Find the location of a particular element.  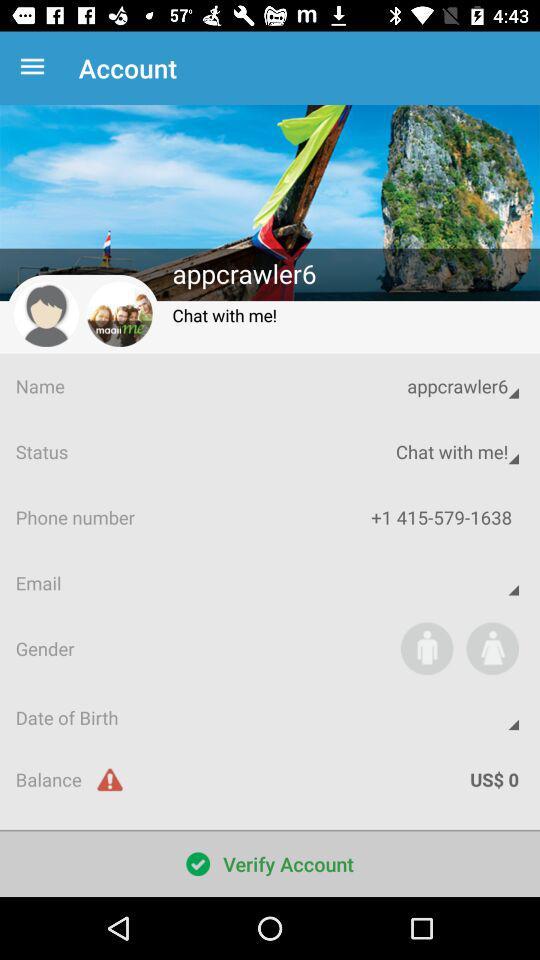

the verify account icon is located at coordinates (270, 863).